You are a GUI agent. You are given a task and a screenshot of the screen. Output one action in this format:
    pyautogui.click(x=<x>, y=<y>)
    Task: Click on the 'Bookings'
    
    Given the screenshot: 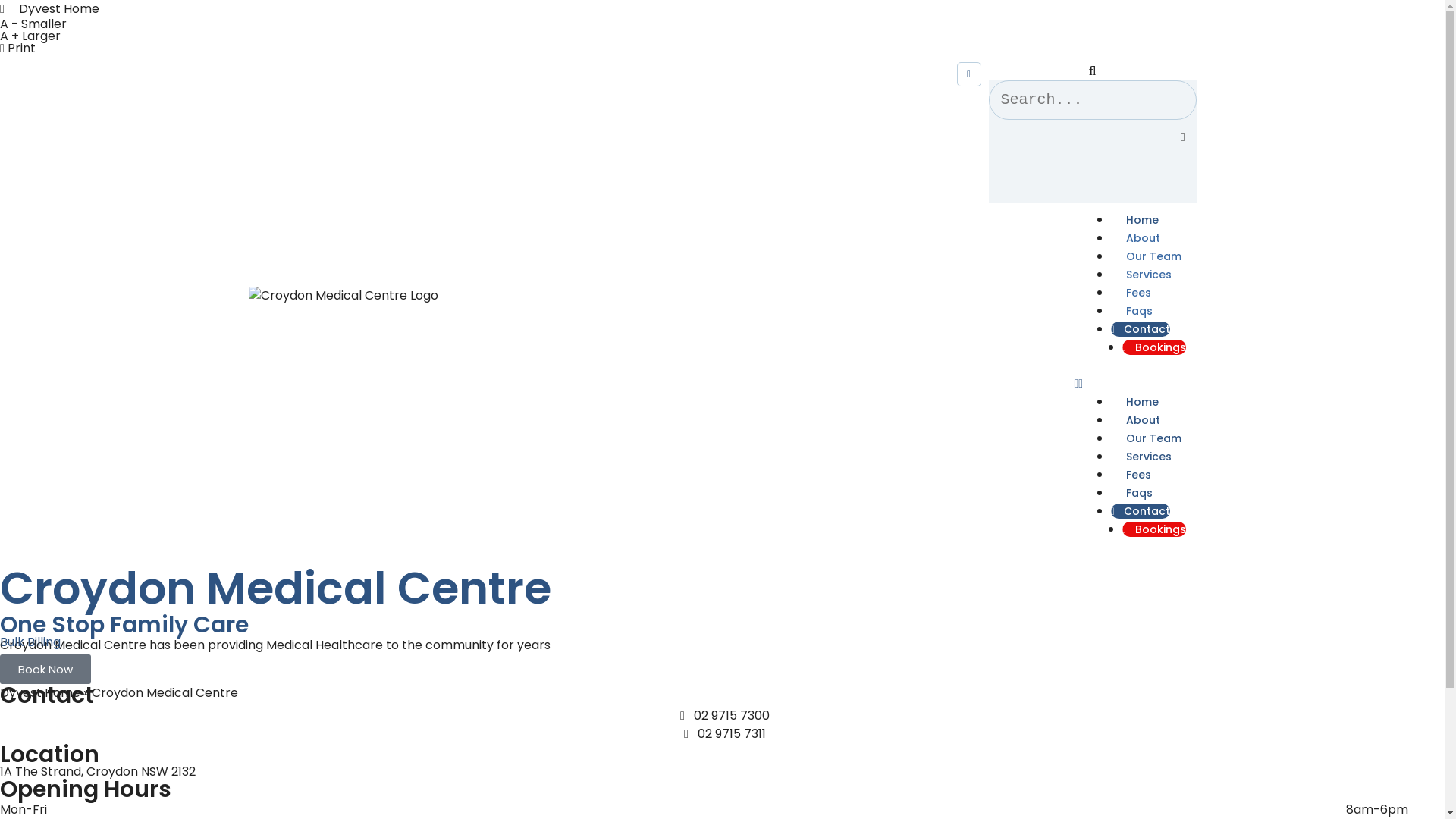 What is the action you would take?
    pyautogui.click(x=1153, y=347)
    